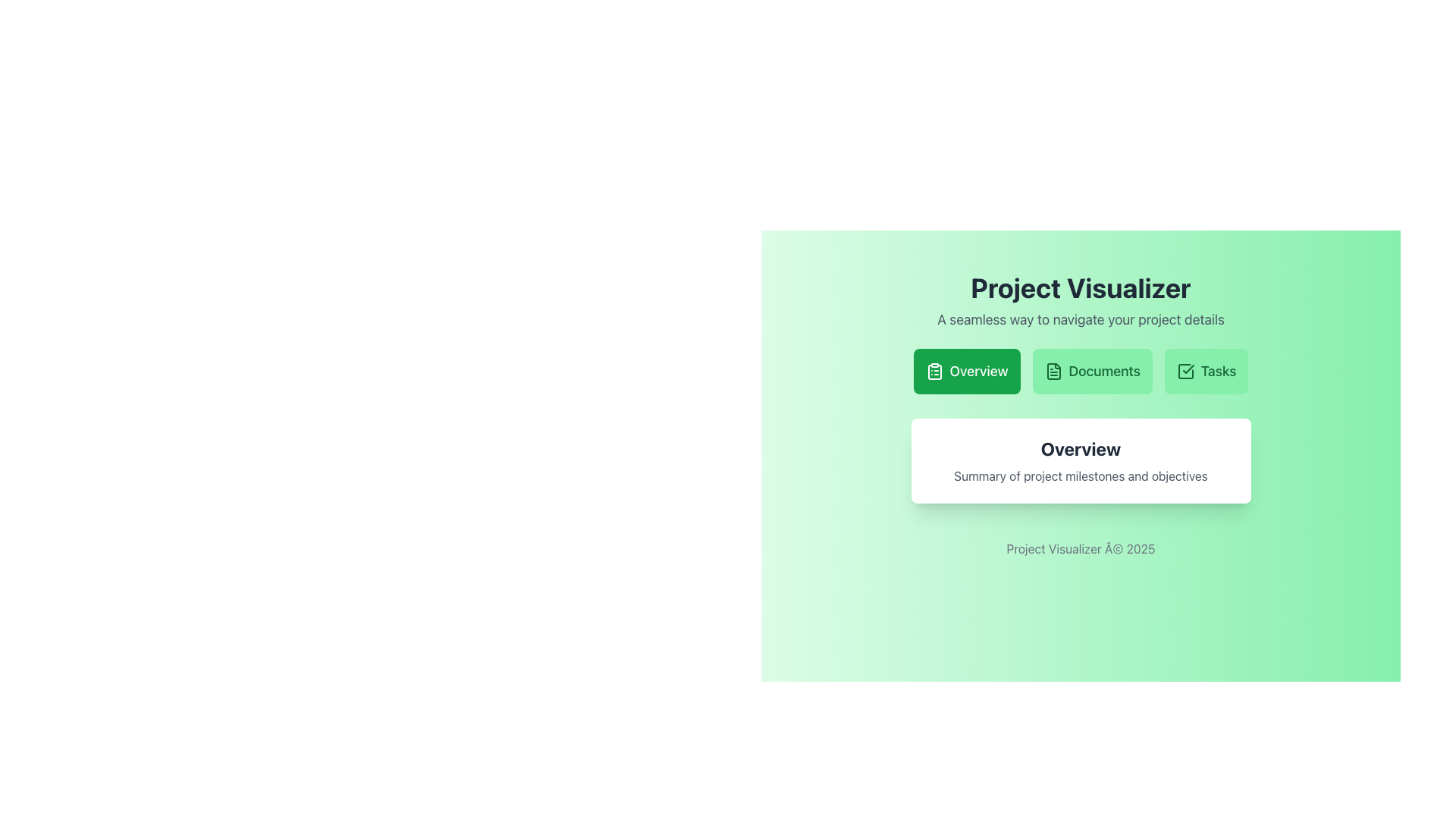  I want to click on the 'Documents' button, which is the middle button in a row of three under the 'Project Visualizer' header, to access document-related options, so click(1052, 371).